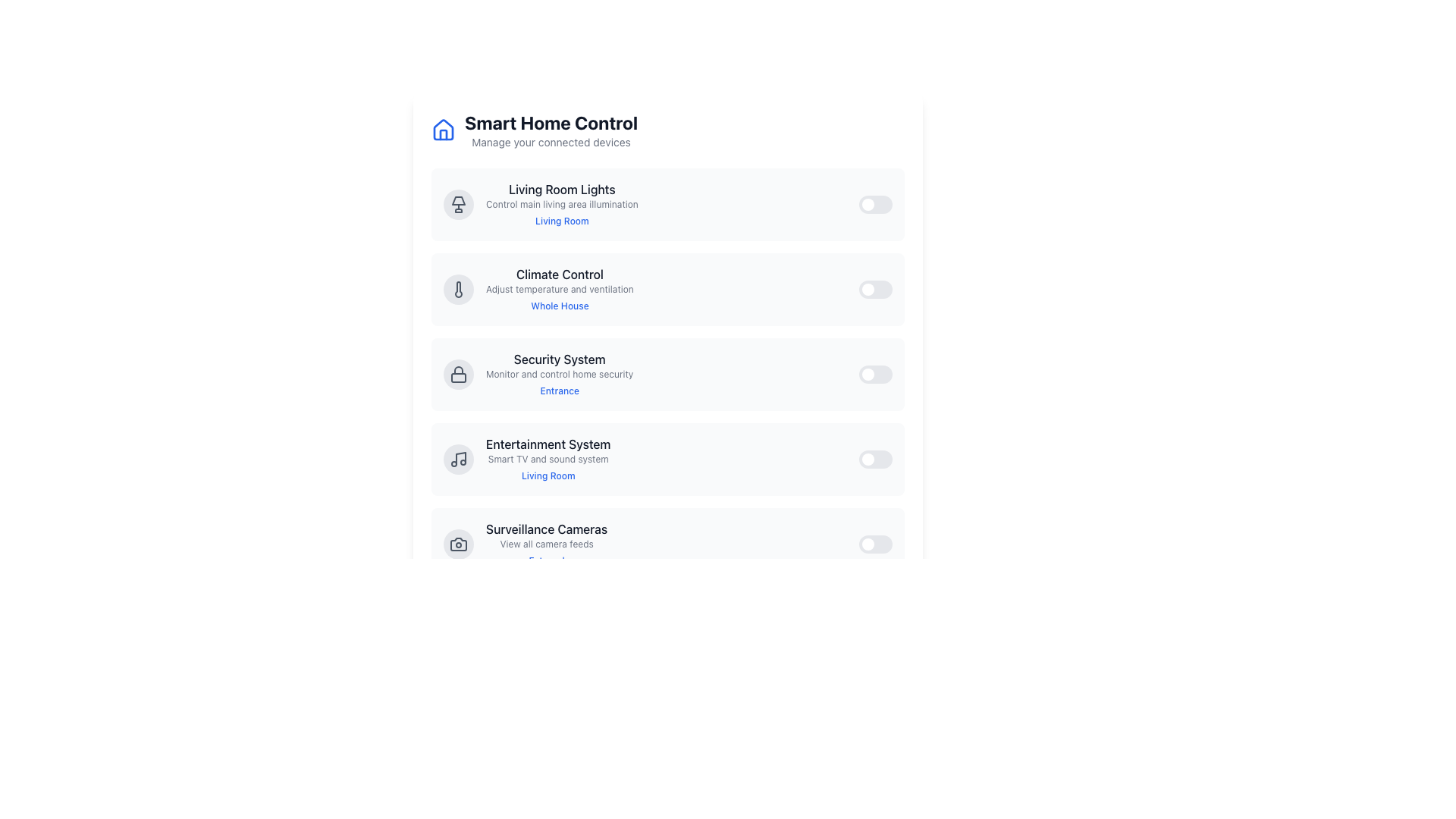 Image resolution: width=1456 pixels, height=819 pixels. What do you see at coordinates (443, 130) in the screenshot?
I see `the home icon located to the left of the 'Smart Home Control' text in the top section of the interface` at bounding box center [443, 130].